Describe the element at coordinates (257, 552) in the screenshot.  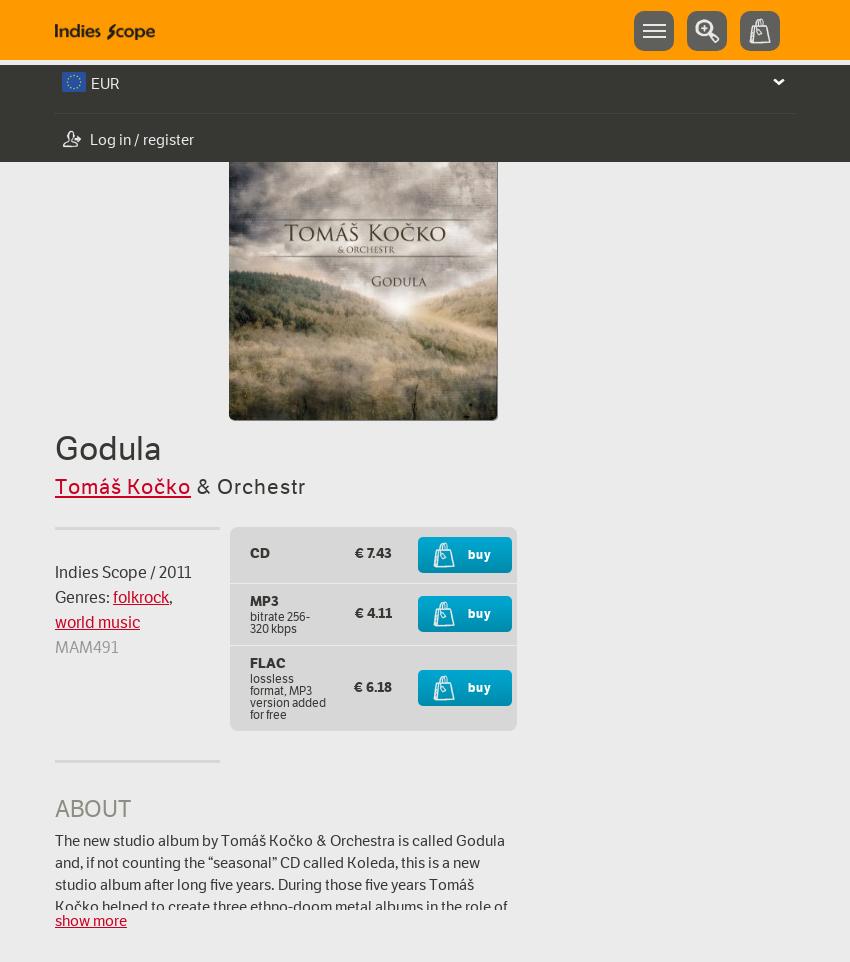
I see `'CD'` at that location.